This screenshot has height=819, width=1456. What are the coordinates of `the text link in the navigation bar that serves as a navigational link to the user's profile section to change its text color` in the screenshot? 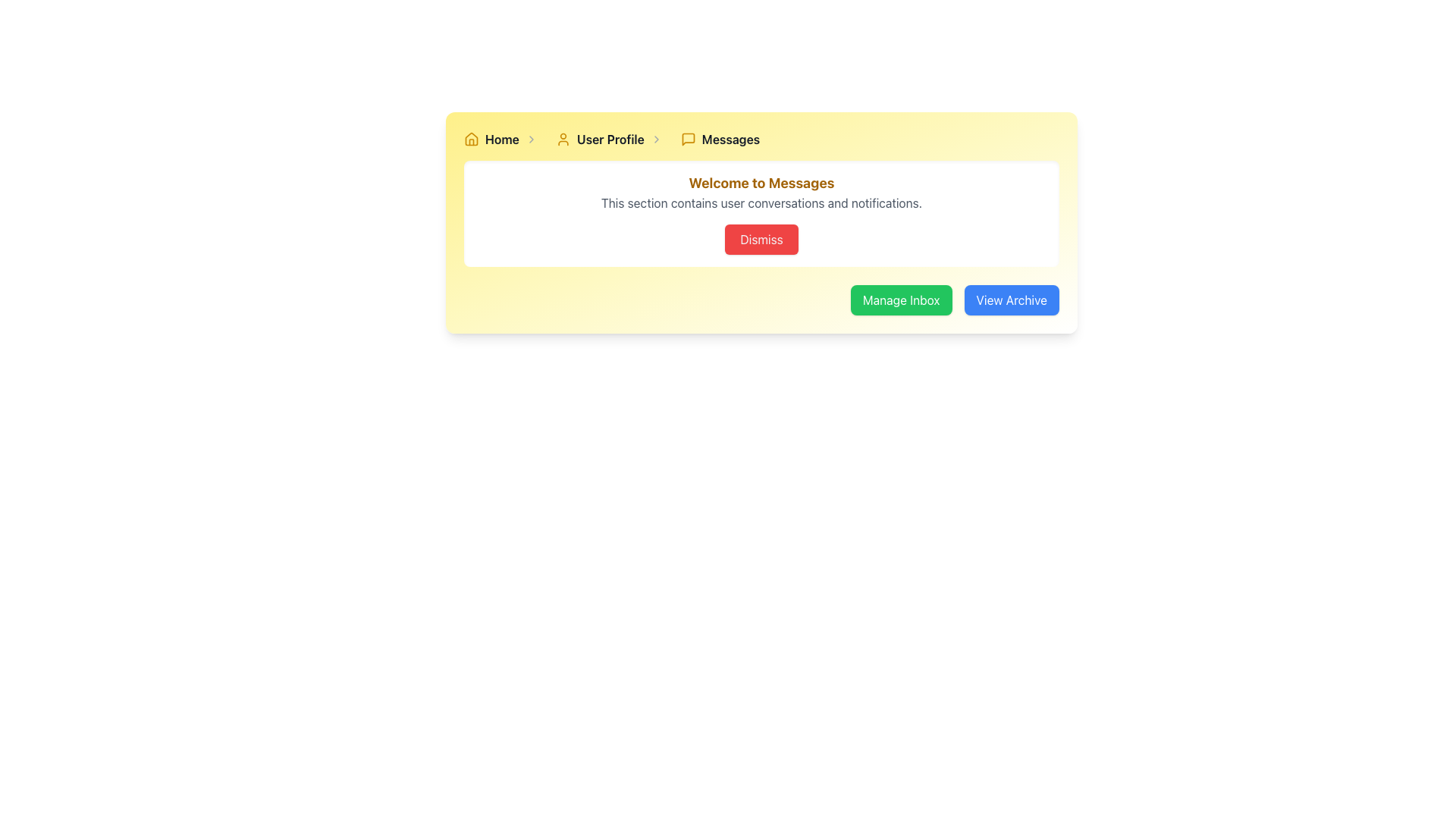 It's located at (610, 140).